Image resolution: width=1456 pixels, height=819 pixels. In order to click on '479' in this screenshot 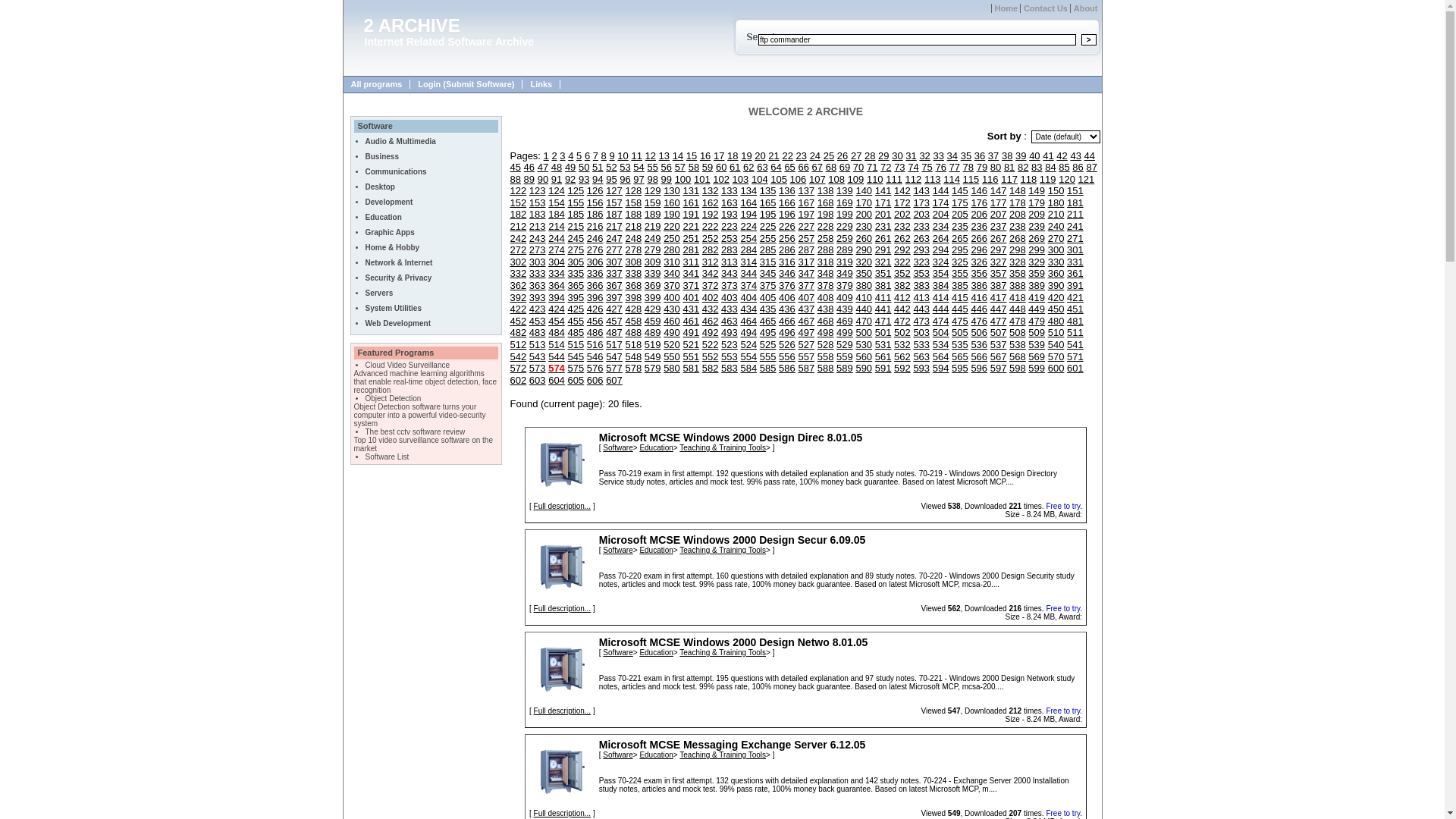, I will do `click(1036, 320)`.